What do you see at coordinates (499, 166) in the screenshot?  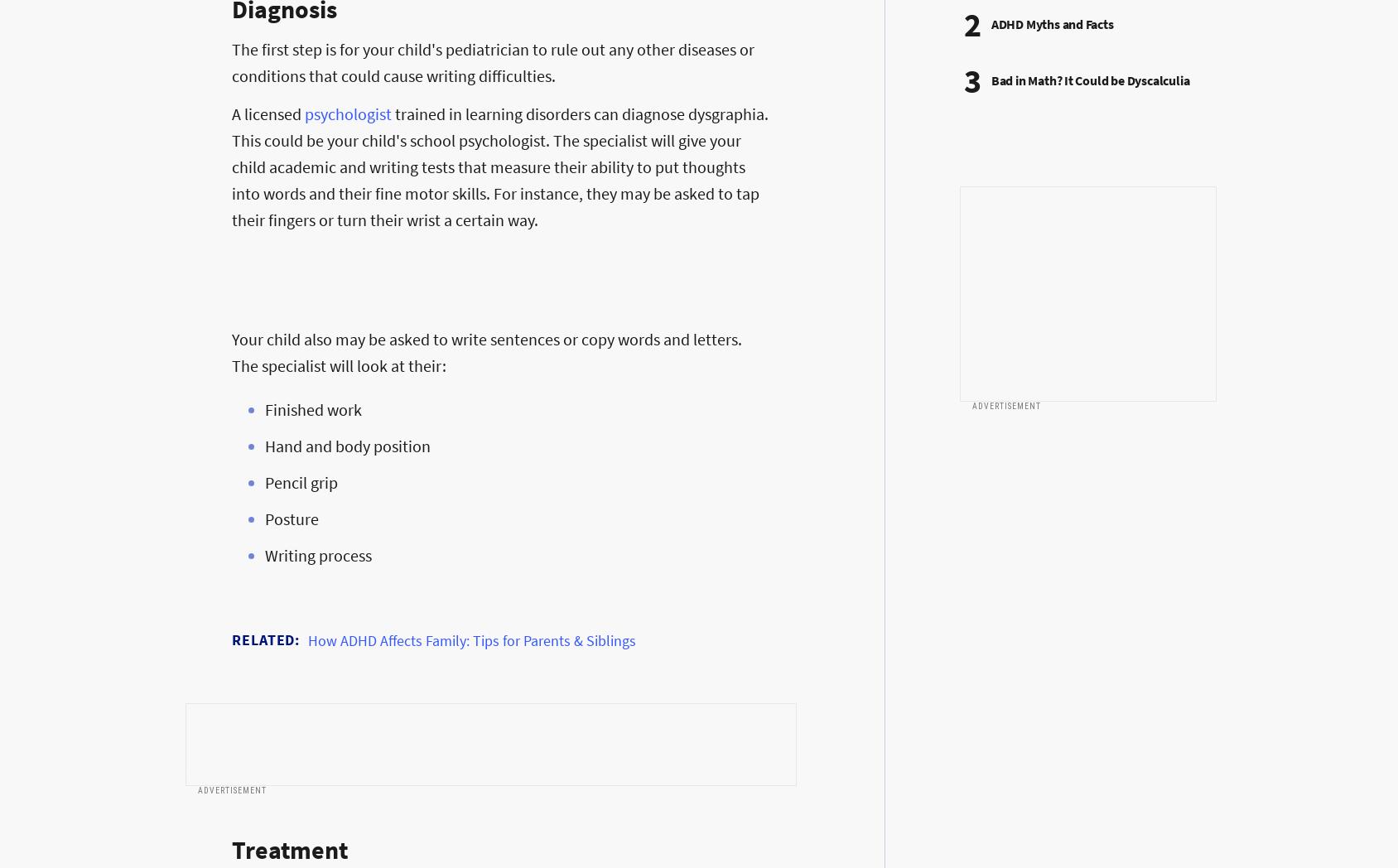 I see `'trained in learning disorders can diagnose dysgraphia. This could be your child's school psychologist. The specialist will give your child academic and writing tests that measure their ability to put thoughts into words and their fine motor skills. For instance, they may be asked to tap their fingers or turn their wrist a certain way.'` at bounding box center [499, 166].